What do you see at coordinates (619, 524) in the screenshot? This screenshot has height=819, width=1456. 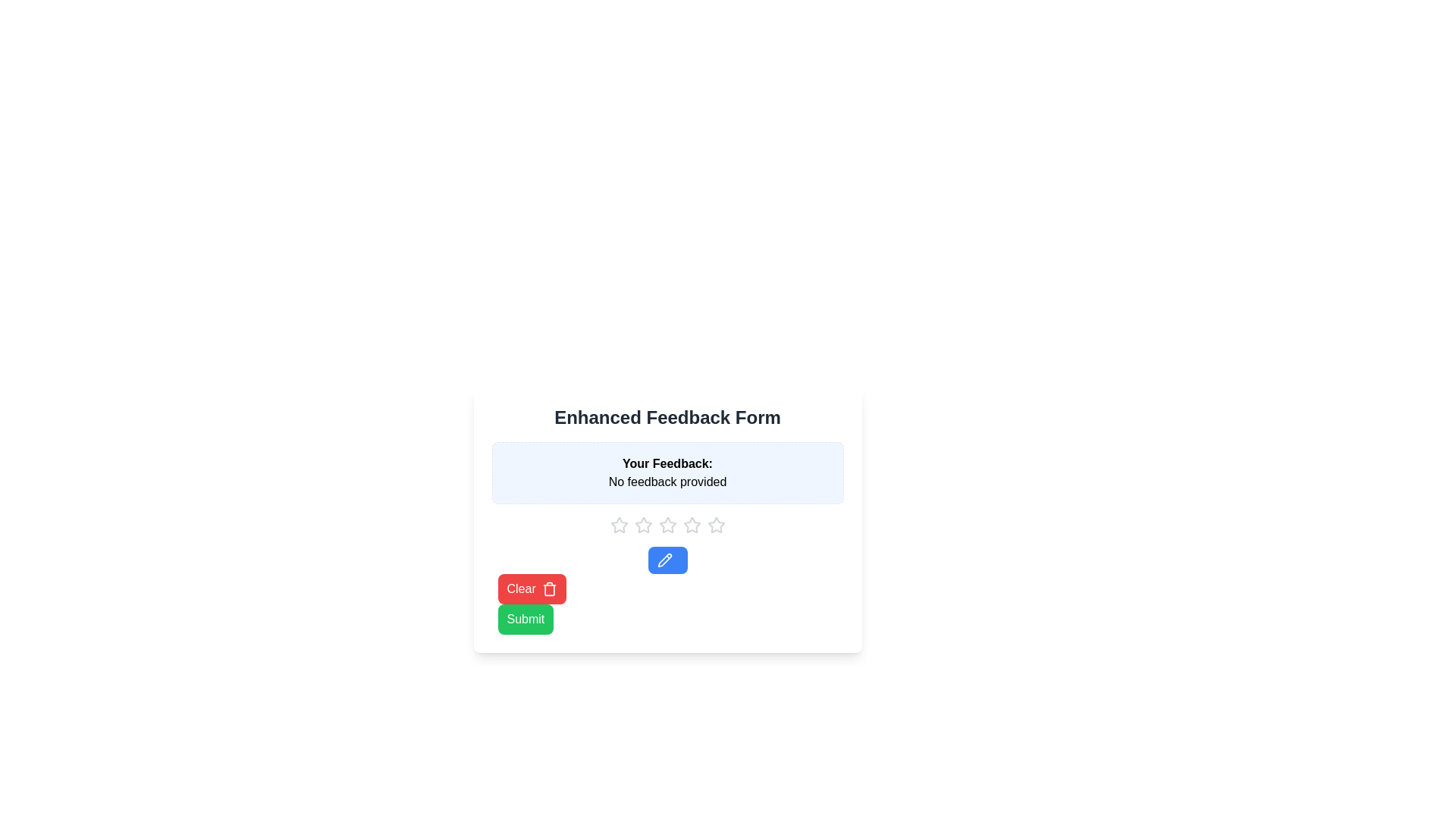 I see `the leftmost star rating icon to provide feedback in the rating system located below the 'Your Feedback: No feedback provided' section` at bounding box center [619, 524].